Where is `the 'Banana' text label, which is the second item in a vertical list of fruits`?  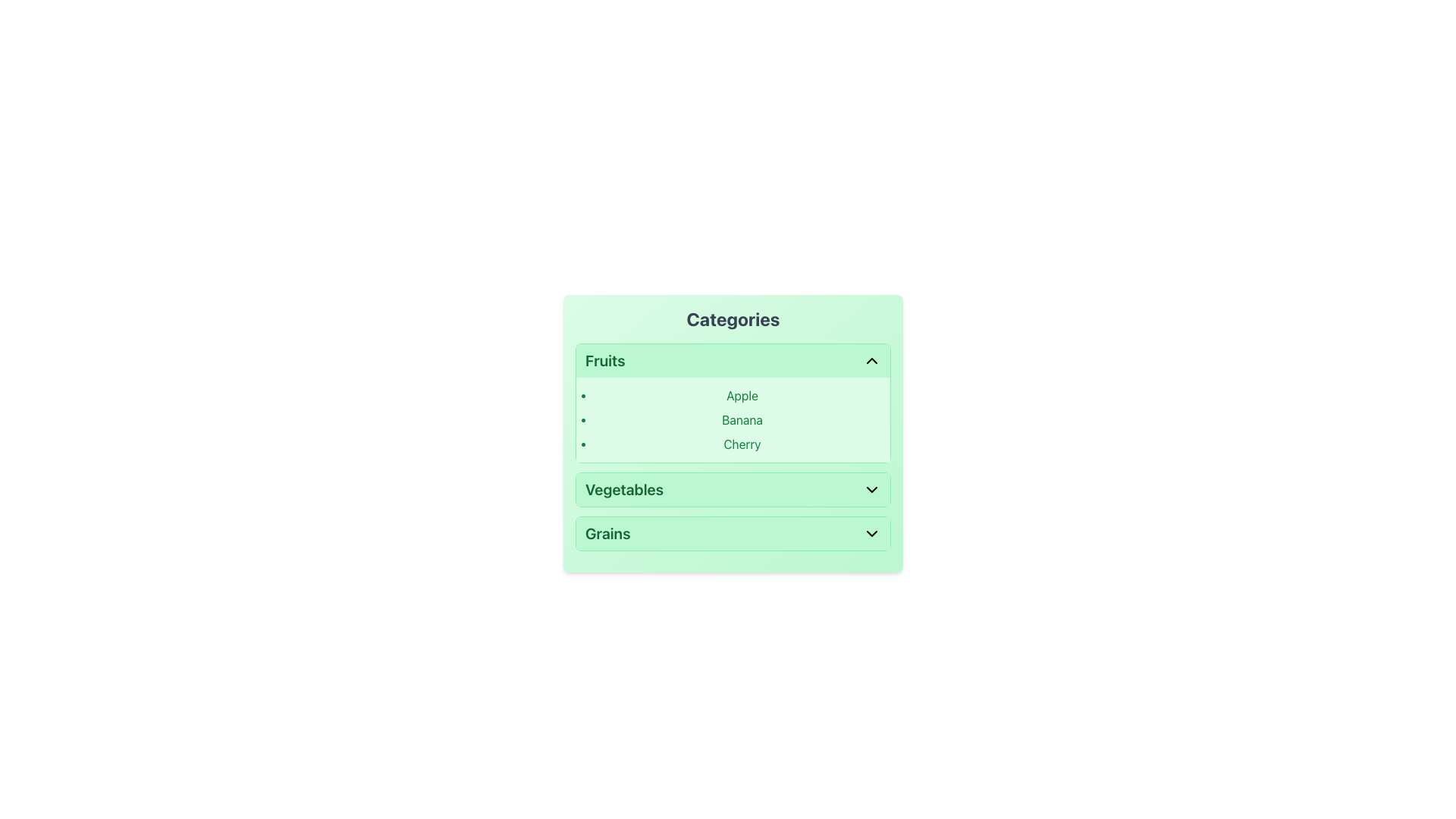
the 'Banana' text label, which is the second item in a vertical list of fruits is located at coordinates (742, 420).